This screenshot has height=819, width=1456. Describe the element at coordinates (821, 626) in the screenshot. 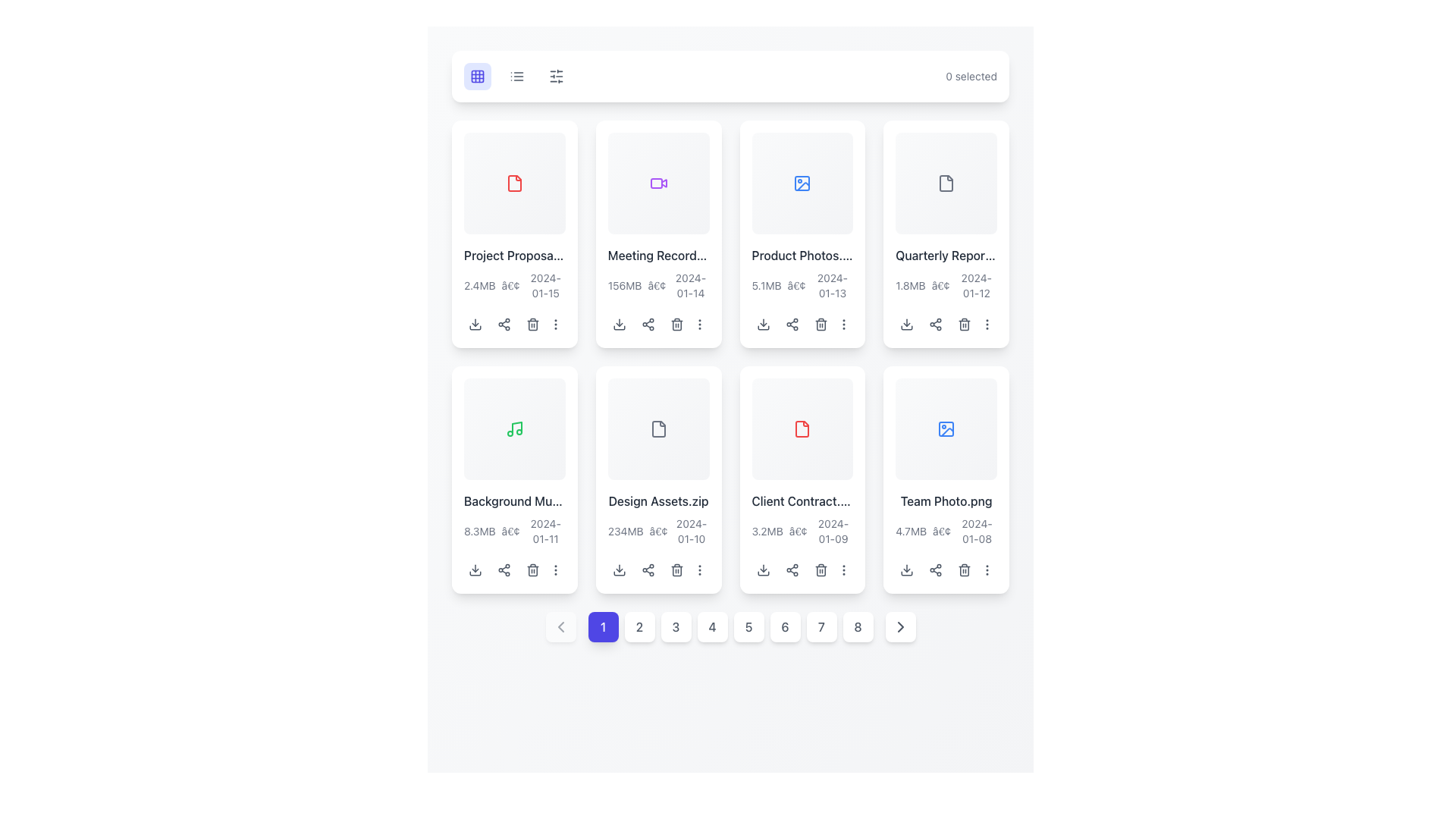

I see `the button styled as a white square with rounded corners containing the number '7' in gray text` at that location.